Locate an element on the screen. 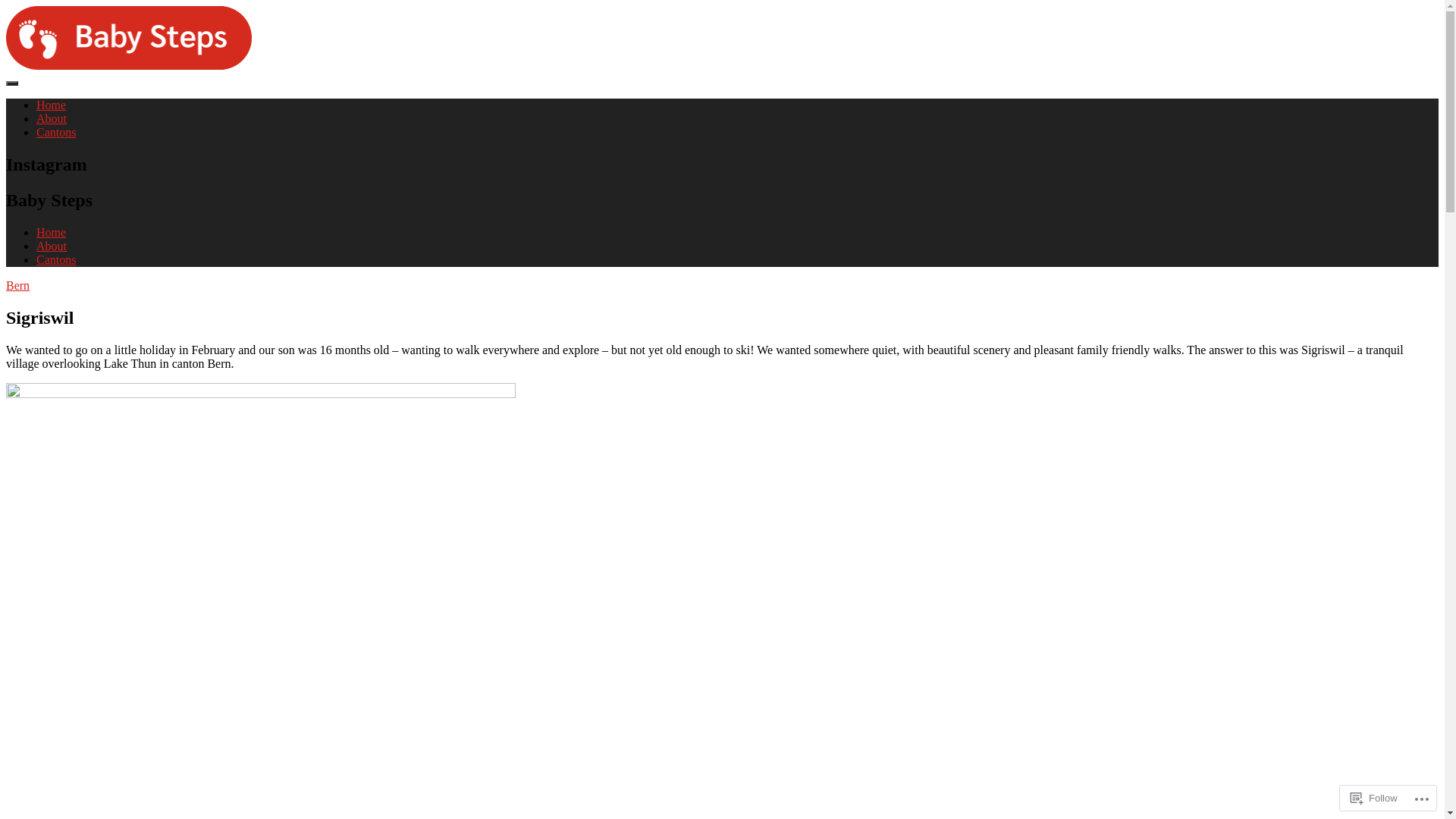 The width and height of the screenshot is (1456, 819). 'Home' is located at coordinates (36, 232).